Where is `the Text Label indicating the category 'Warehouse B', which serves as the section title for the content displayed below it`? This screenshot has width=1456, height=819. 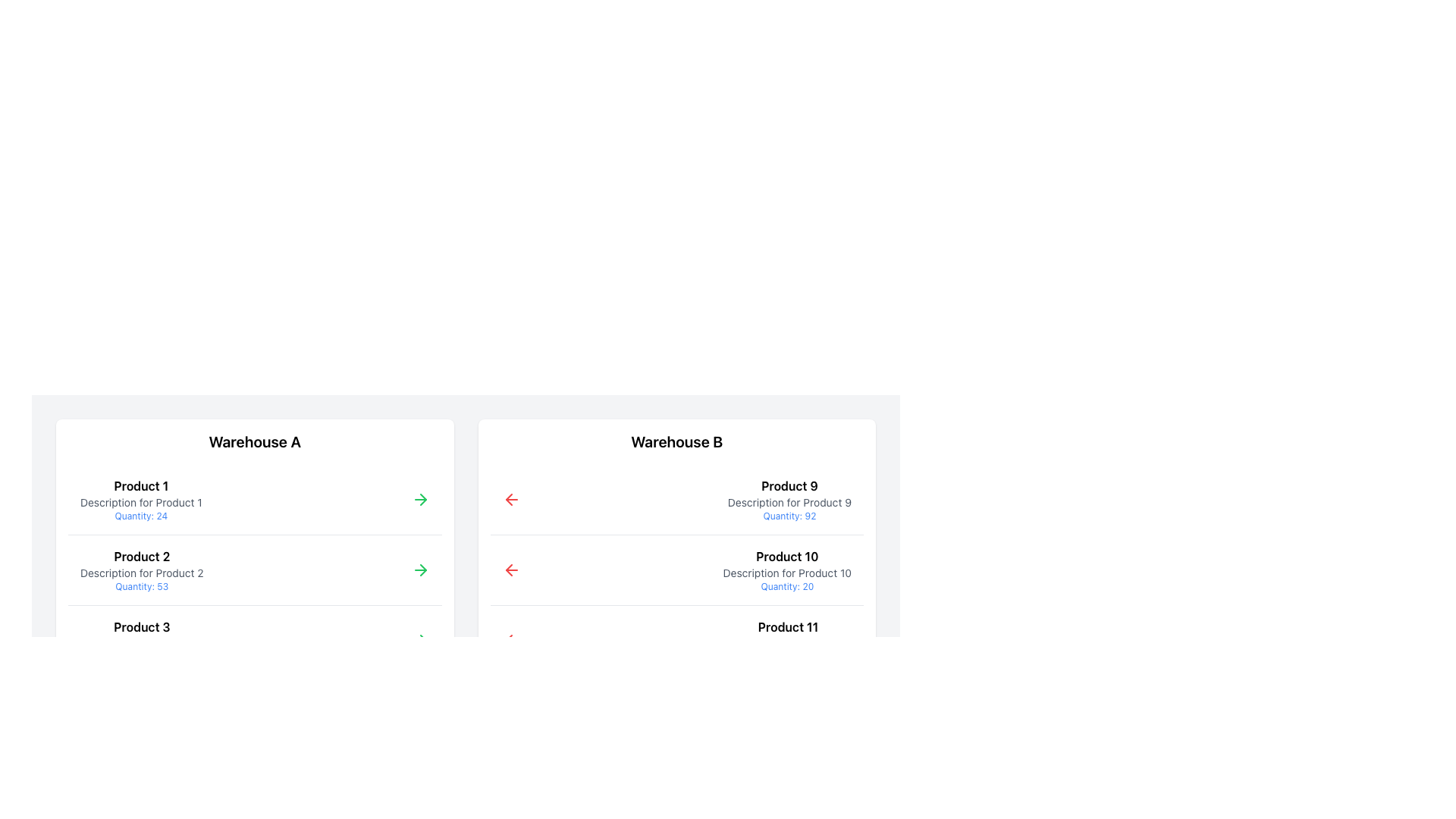
the Text Label indicating the category 'Warehouse B', which serves as the section title for the content displayed below it is located at coordinates (676, 441).